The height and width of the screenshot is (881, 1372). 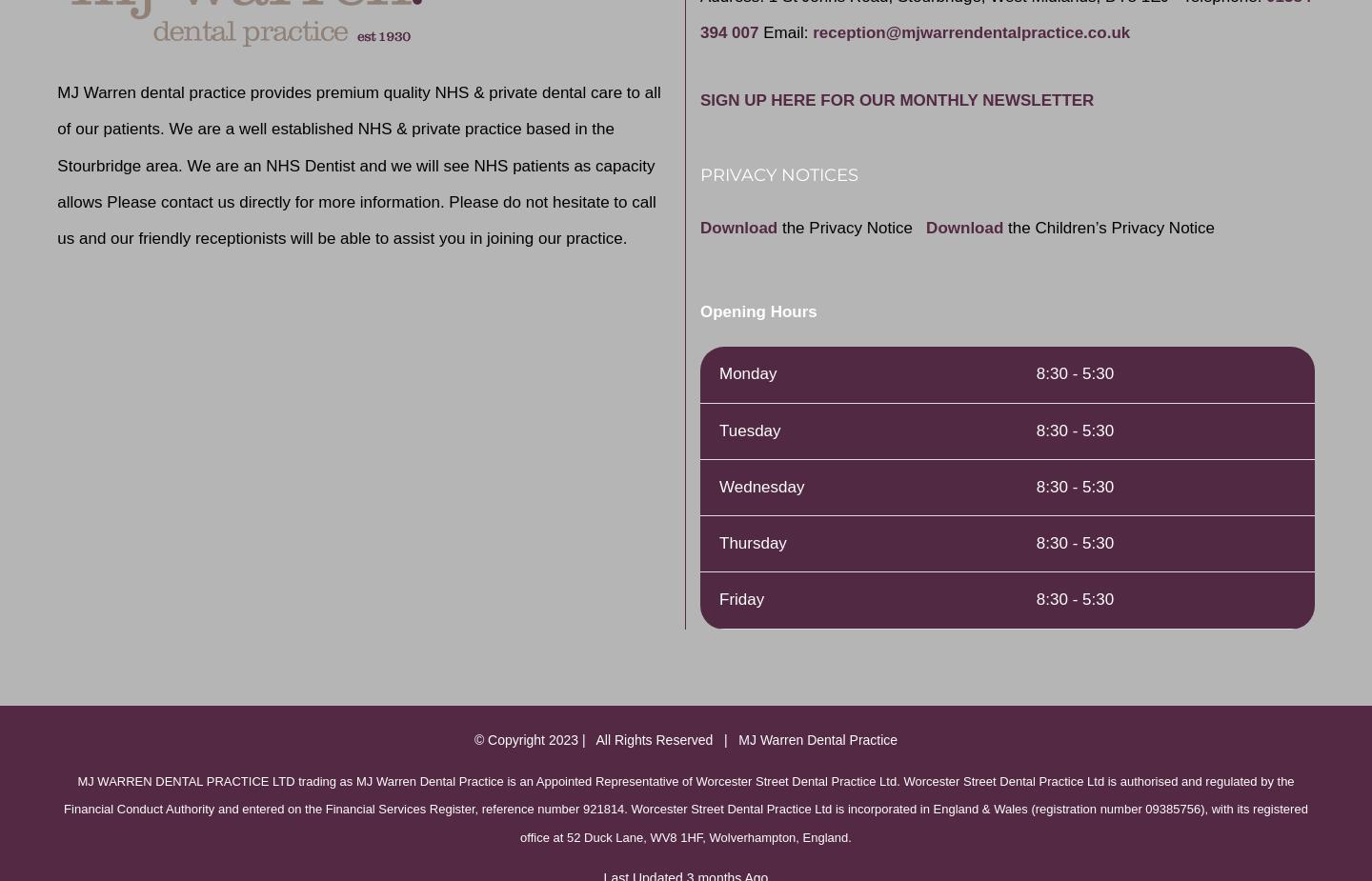 I want to click on 'Wednesday', so click(x=761, y=486).